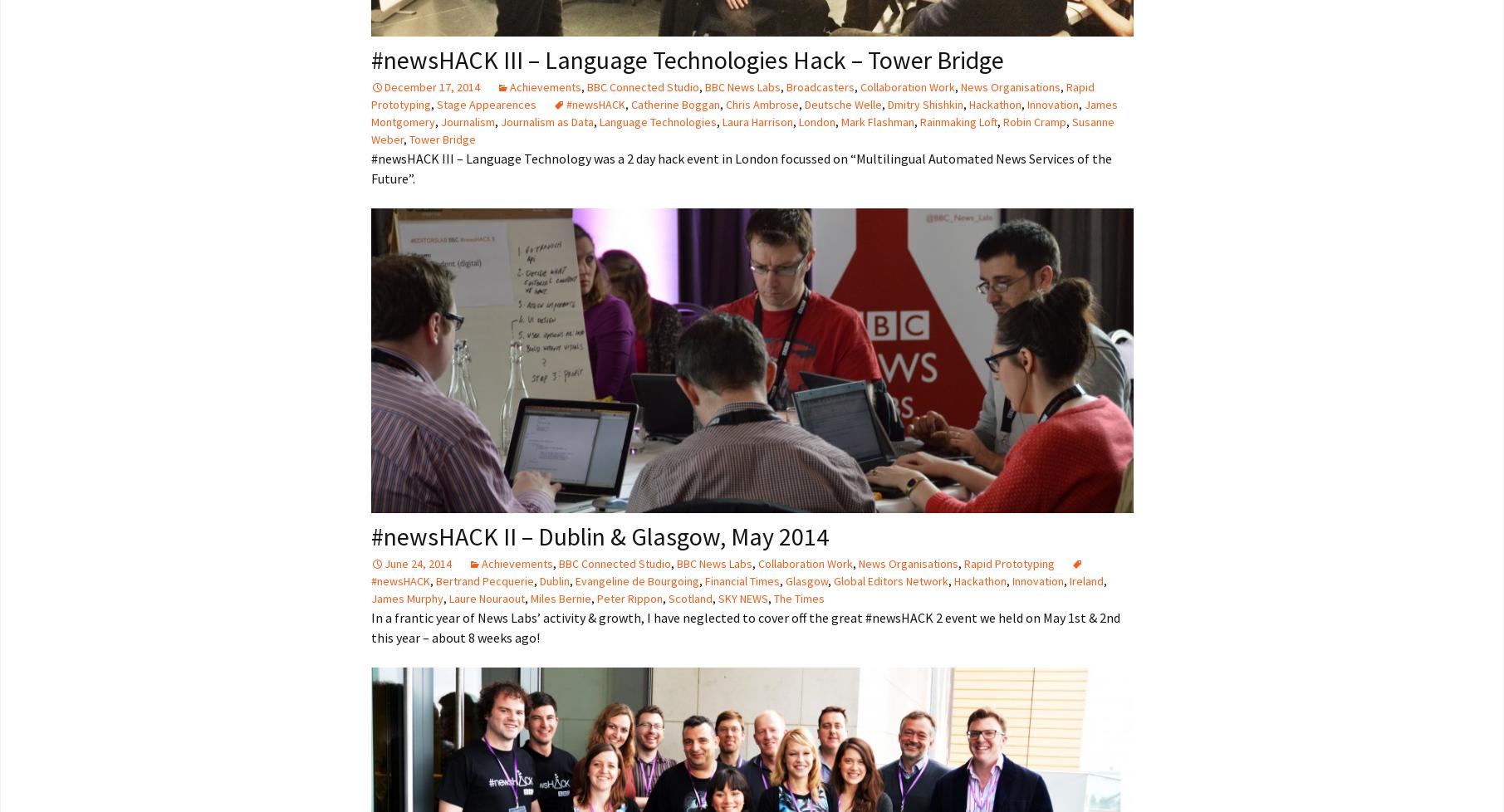 This screenshot has height=812, width=1504. Describe the element at coordinates (667, 598) in the screenshot. I see `'Scotland'` at that location.